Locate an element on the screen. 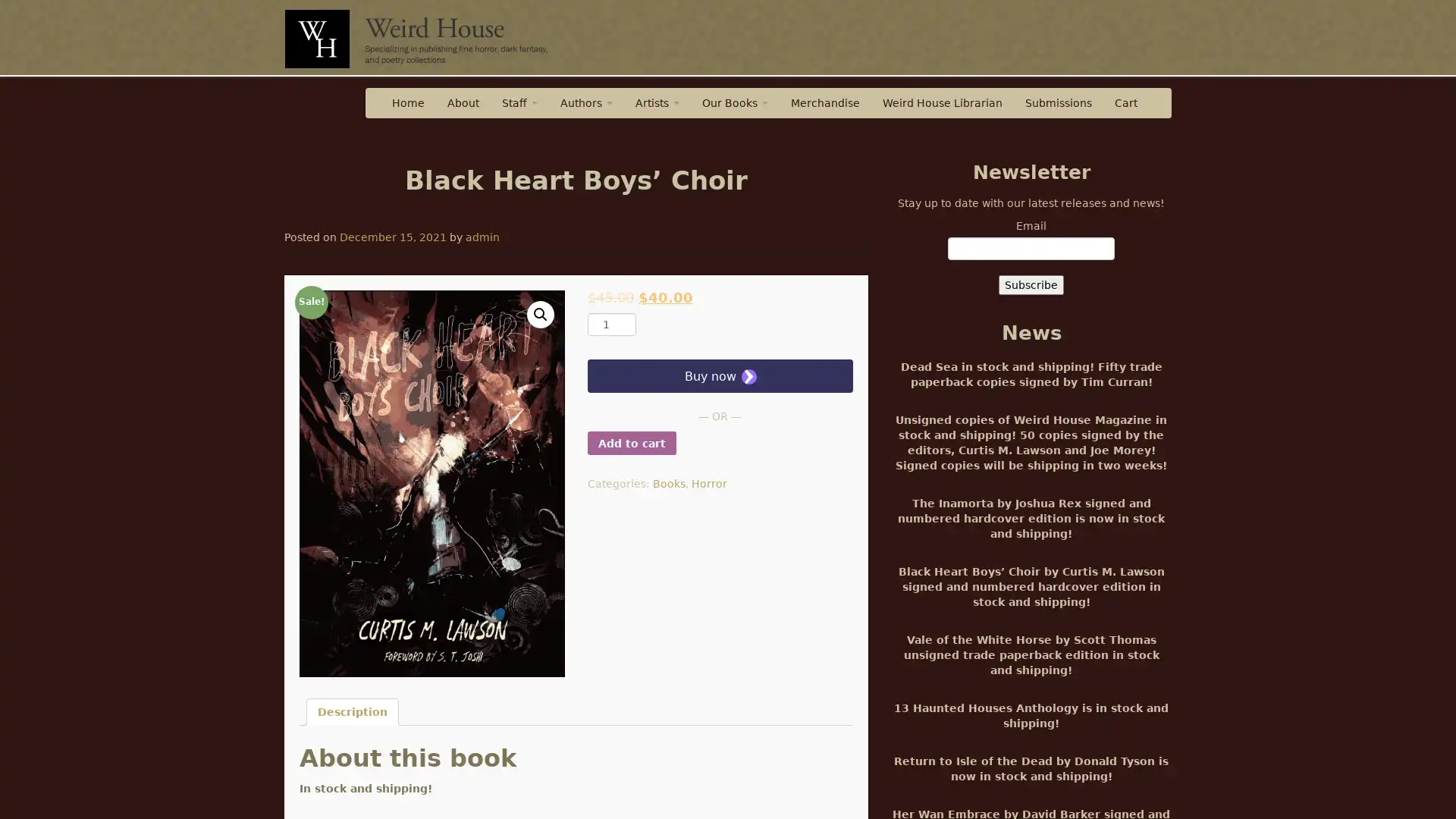 This screenshot has height=819, width=1456. Add to cart is located at coordinates (631, 443).